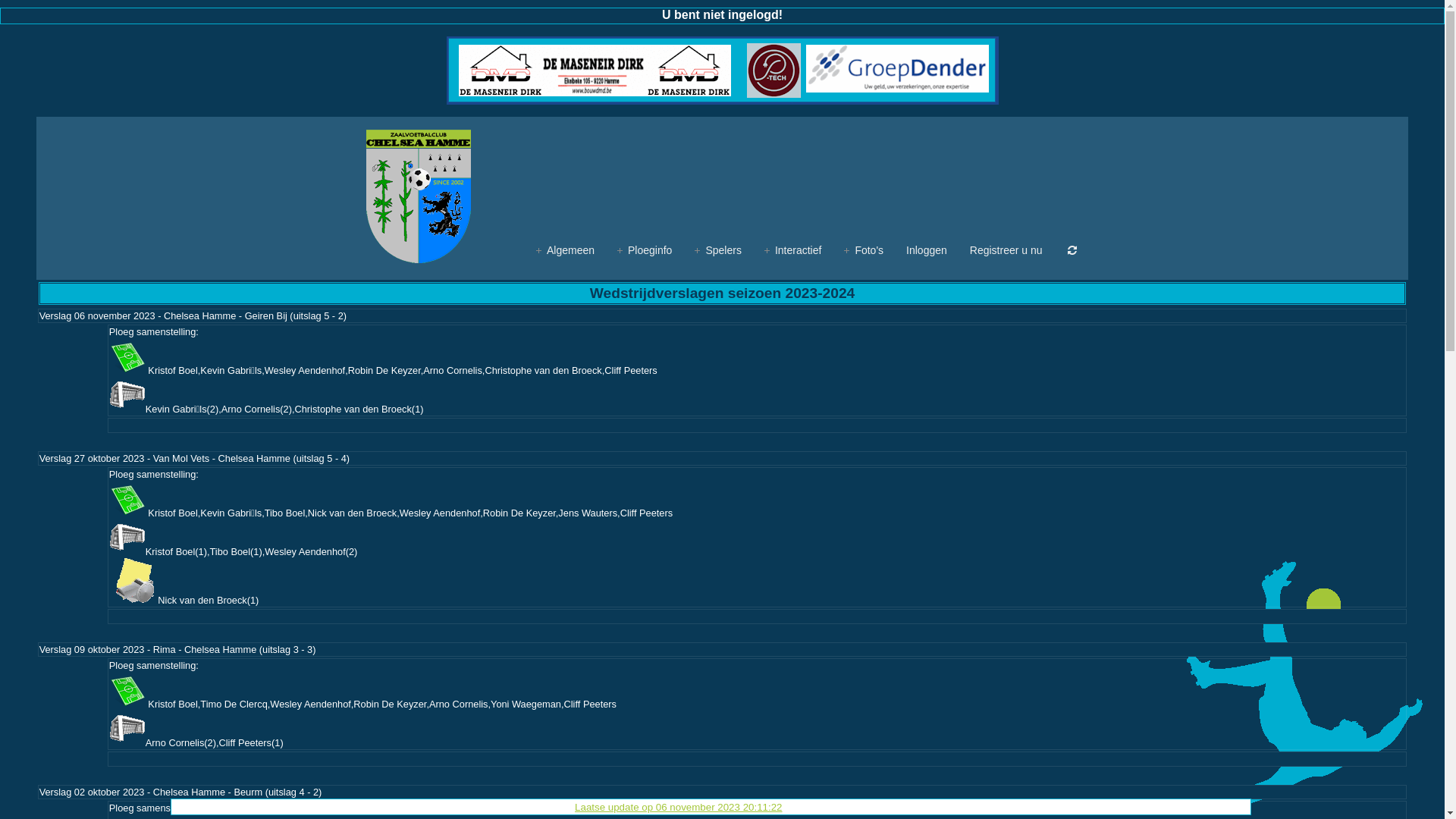 The height and width of the screenshot is (819, 1456). I want to click on 'Algemeen', so click(535, 249).